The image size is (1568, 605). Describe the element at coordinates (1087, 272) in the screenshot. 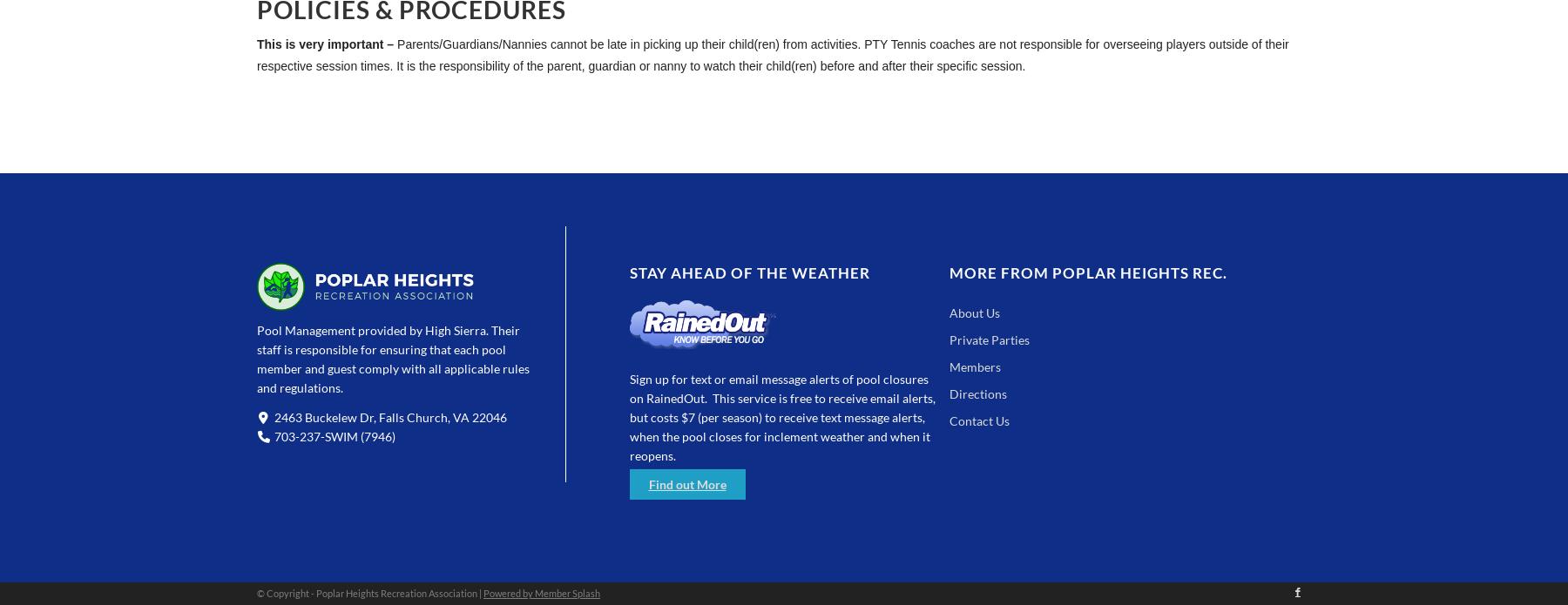

I see `'More from Poplar Heights Rec.'` at that location.